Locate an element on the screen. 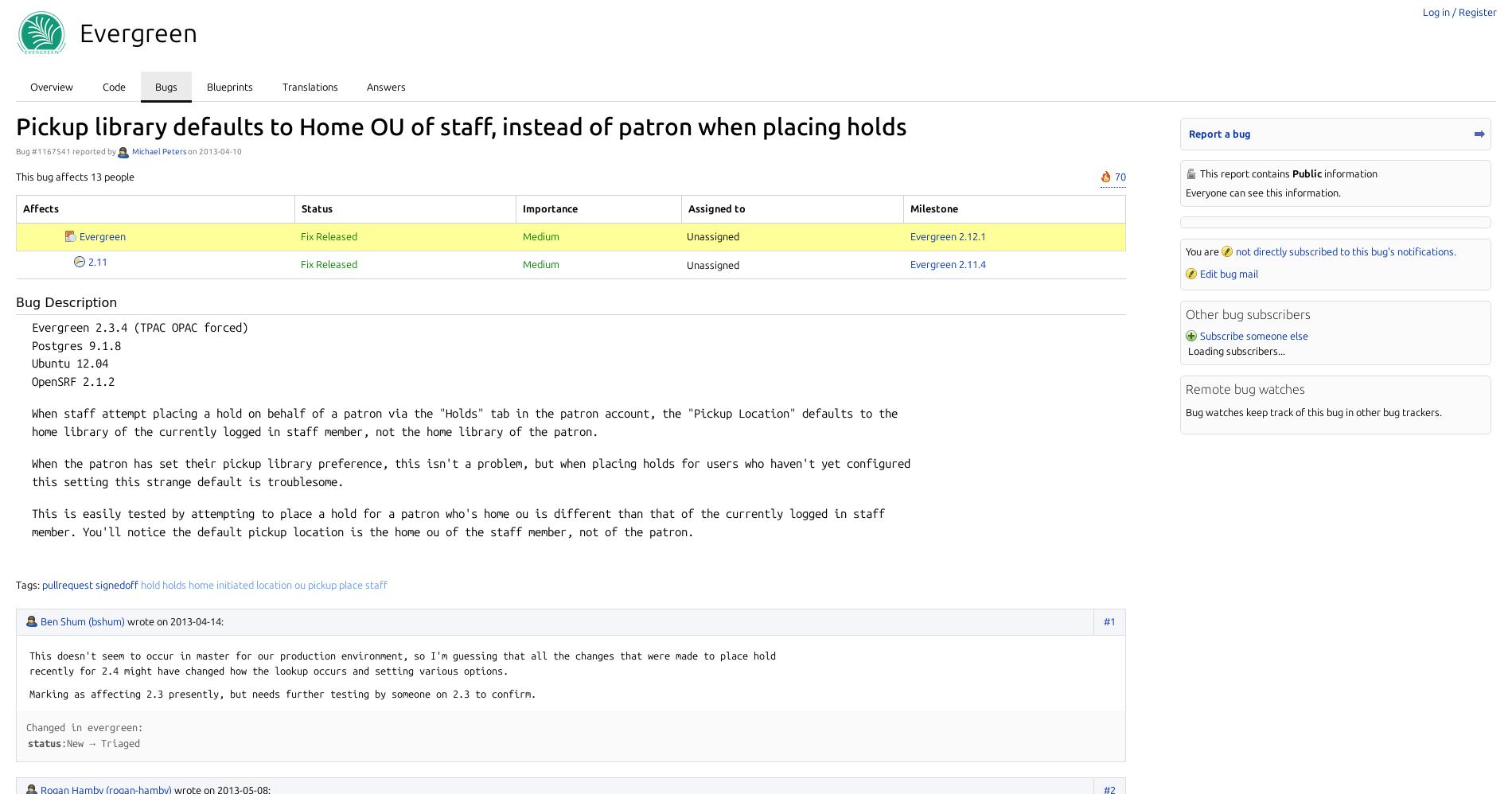 This screenshot has width=1512, height=794. 'Remote bug watches' is located at coordinates (1245, 388).